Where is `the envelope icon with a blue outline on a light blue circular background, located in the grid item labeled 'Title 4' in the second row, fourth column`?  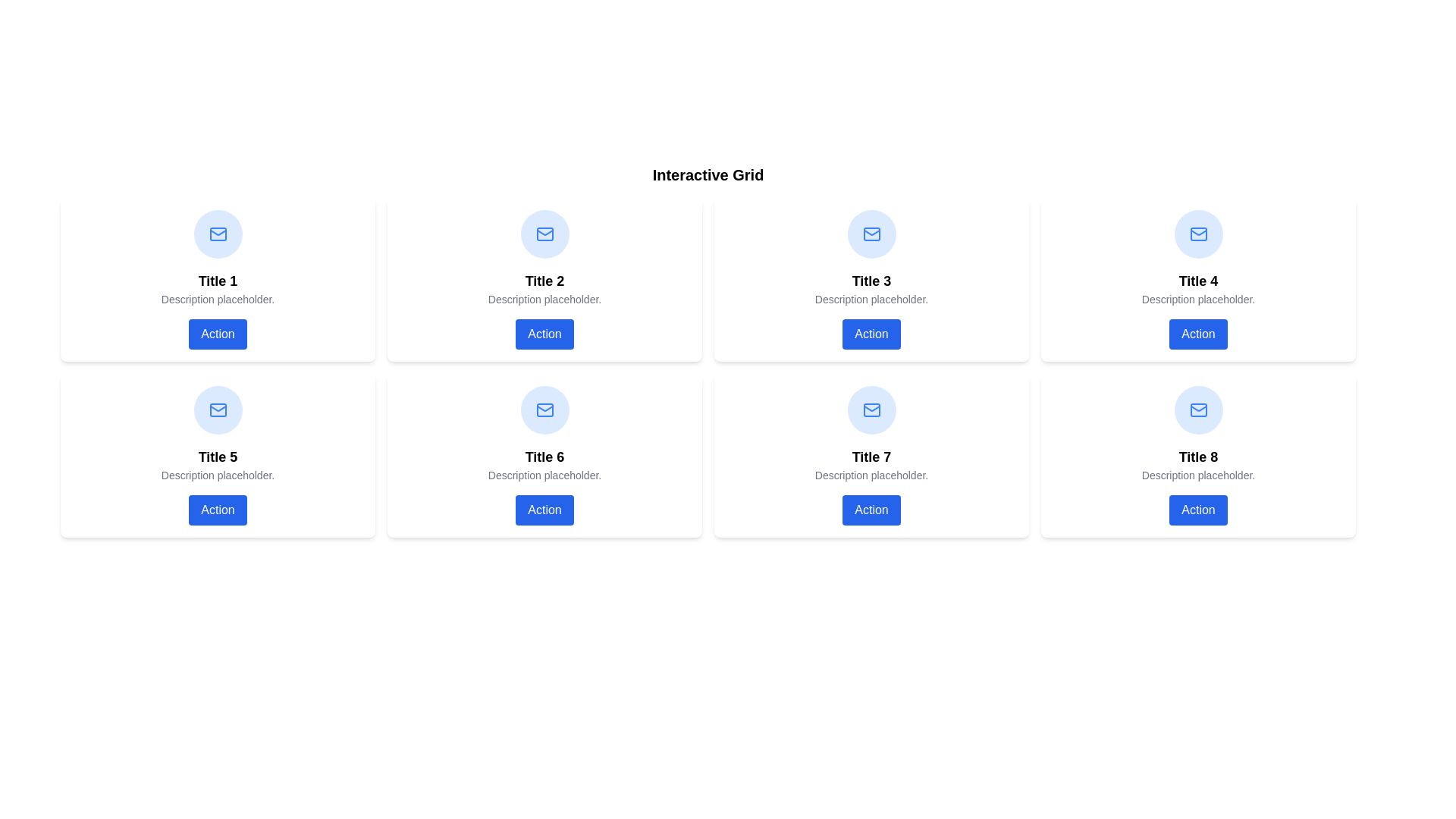 the envelope icon with a blue outline on a light blue circular background, located in the grid item labeled 'Title 4' in the second row, fourth column is located at coordinates (1197, 234).